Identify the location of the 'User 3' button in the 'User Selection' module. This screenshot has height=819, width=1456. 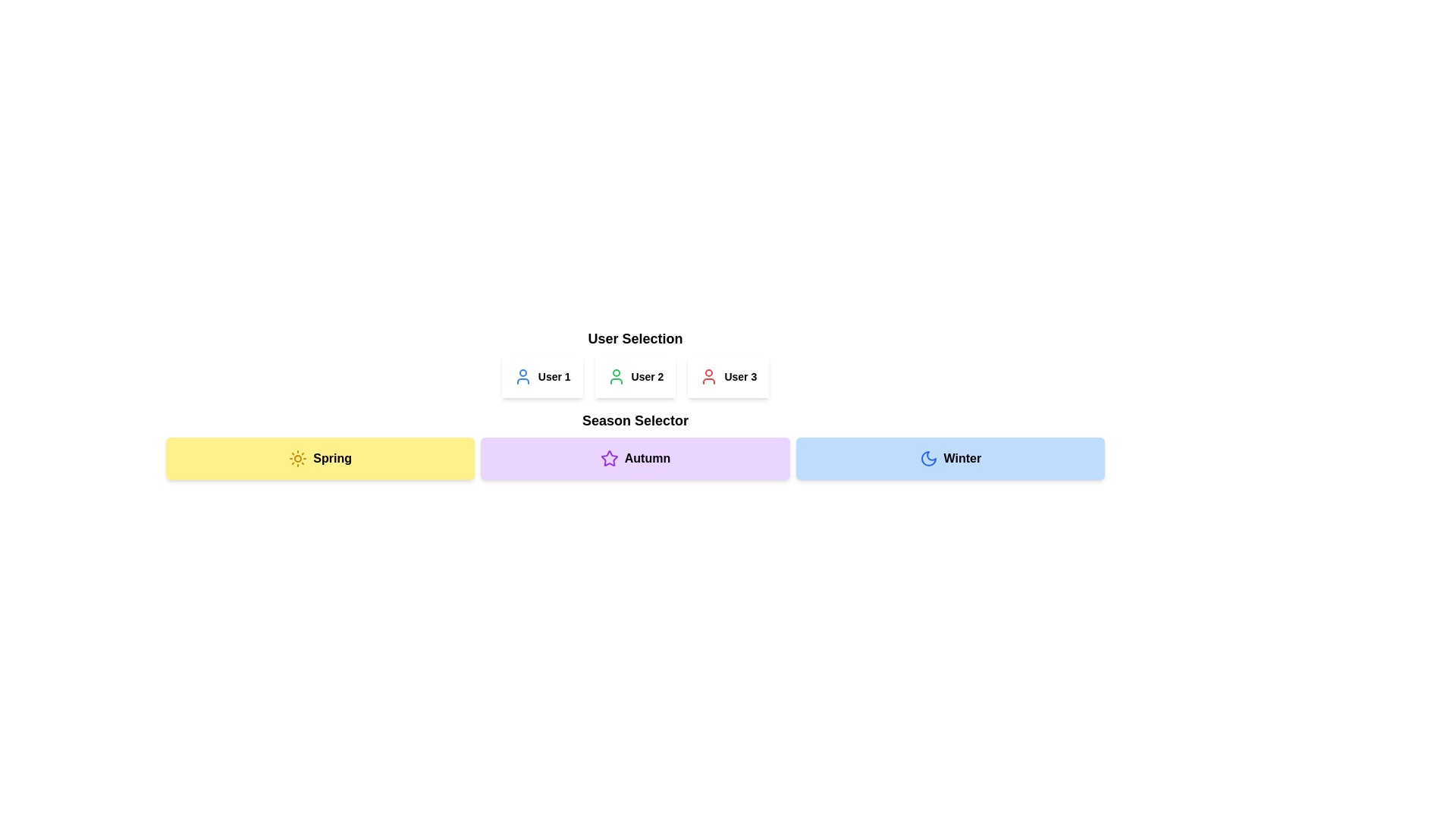
(728, 376).